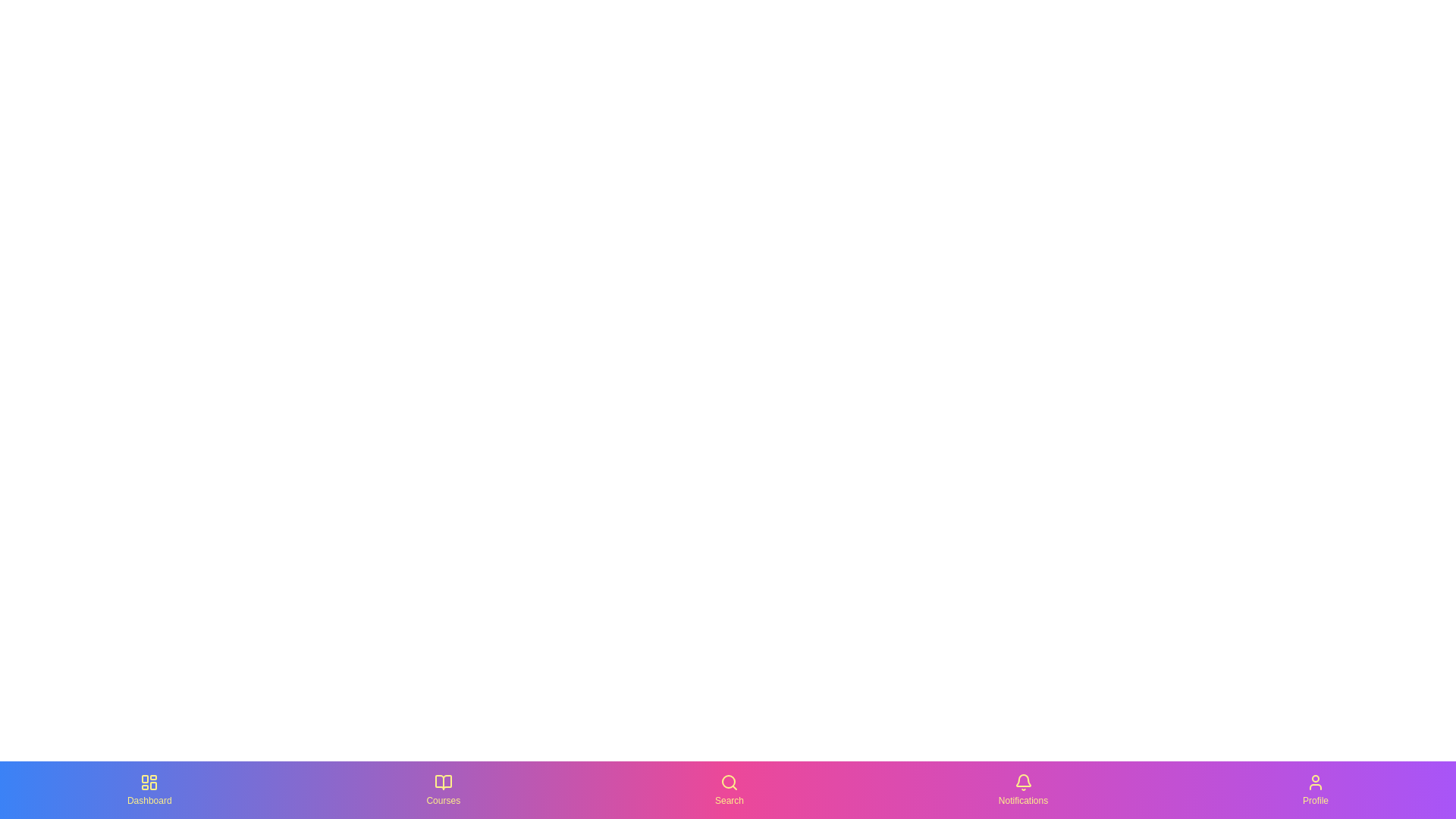 The width and height of the screenshot is (1456, 819). What do you see at coordinates (442, 789) in the screenshot?
I see `the Courses icon in the bottom navigation bar` at bounding box center [442, 789].